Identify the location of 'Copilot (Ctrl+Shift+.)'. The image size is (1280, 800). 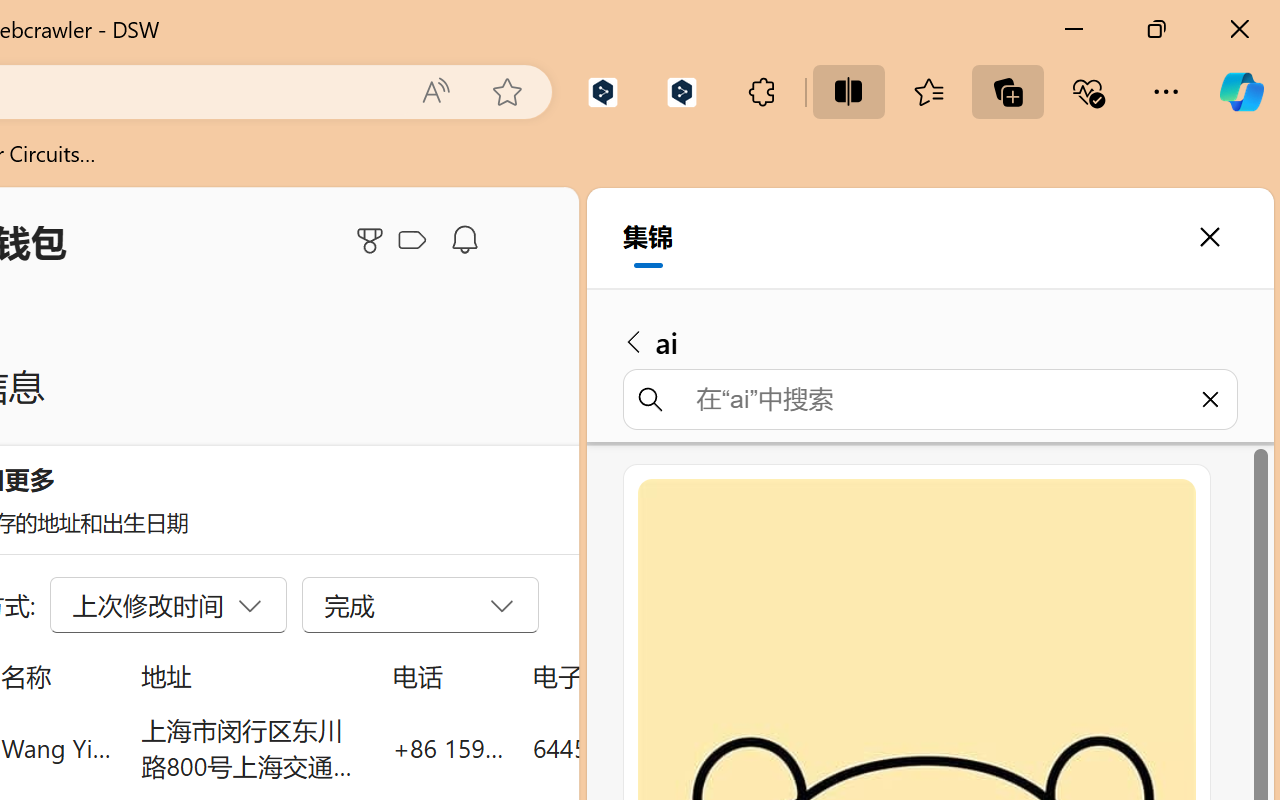
(1240, 91).